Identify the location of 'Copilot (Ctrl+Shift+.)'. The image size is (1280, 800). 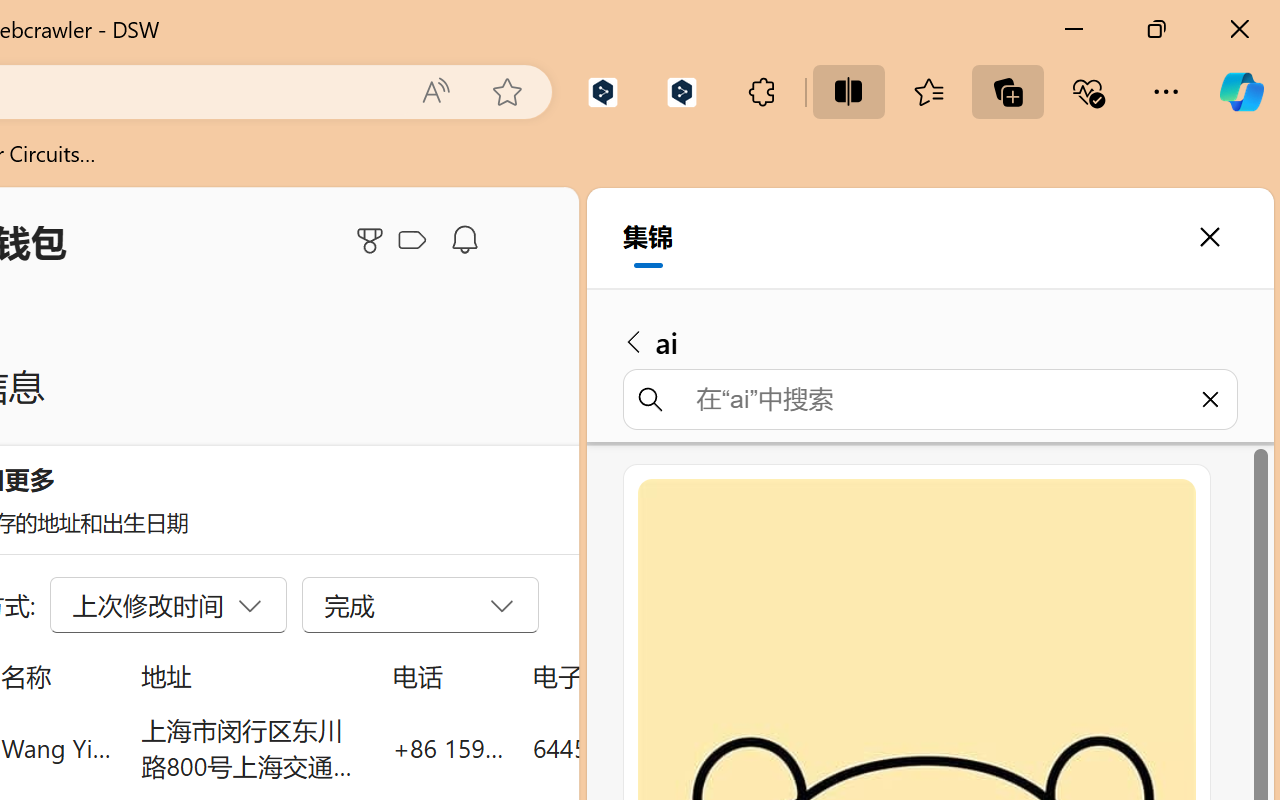
(1240, 91).